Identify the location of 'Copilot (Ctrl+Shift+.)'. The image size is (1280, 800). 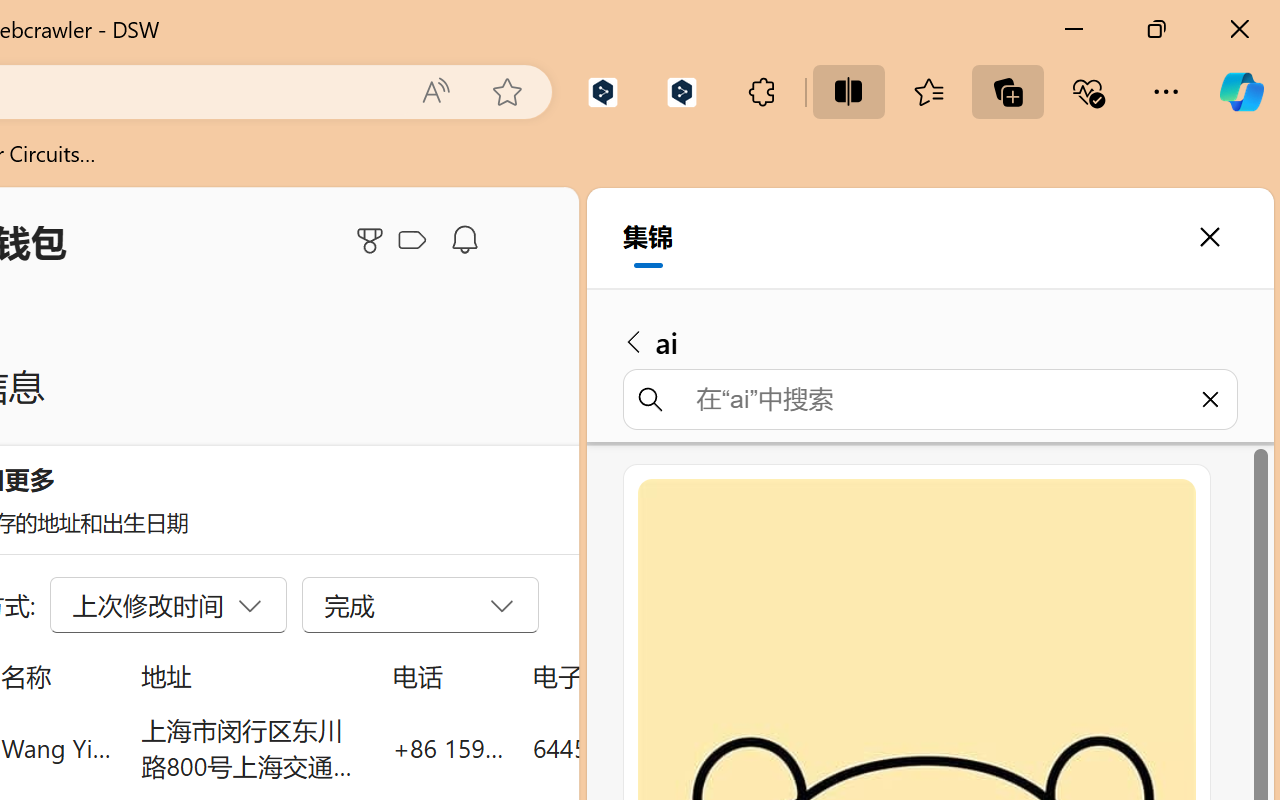
(1240, 91).